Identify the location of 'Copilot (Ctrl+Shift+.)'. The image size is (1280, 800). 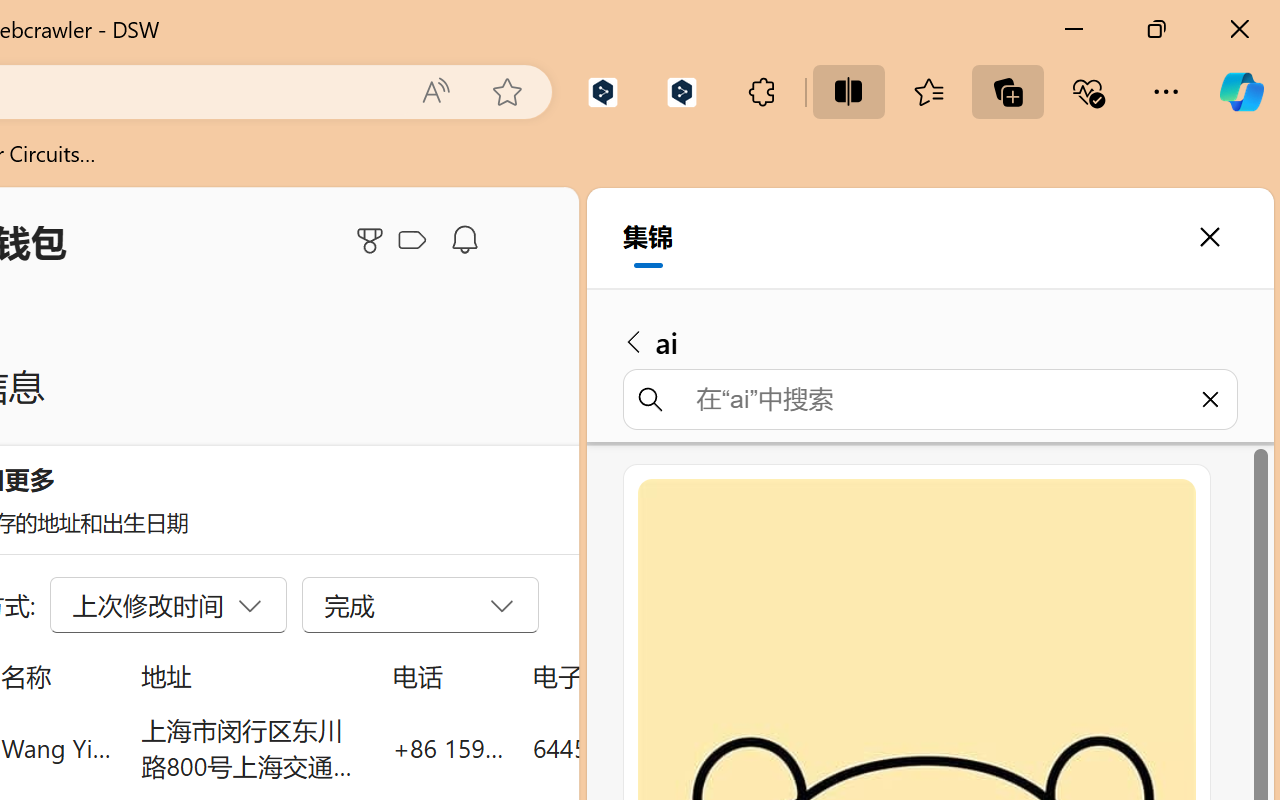
(1240, 91).